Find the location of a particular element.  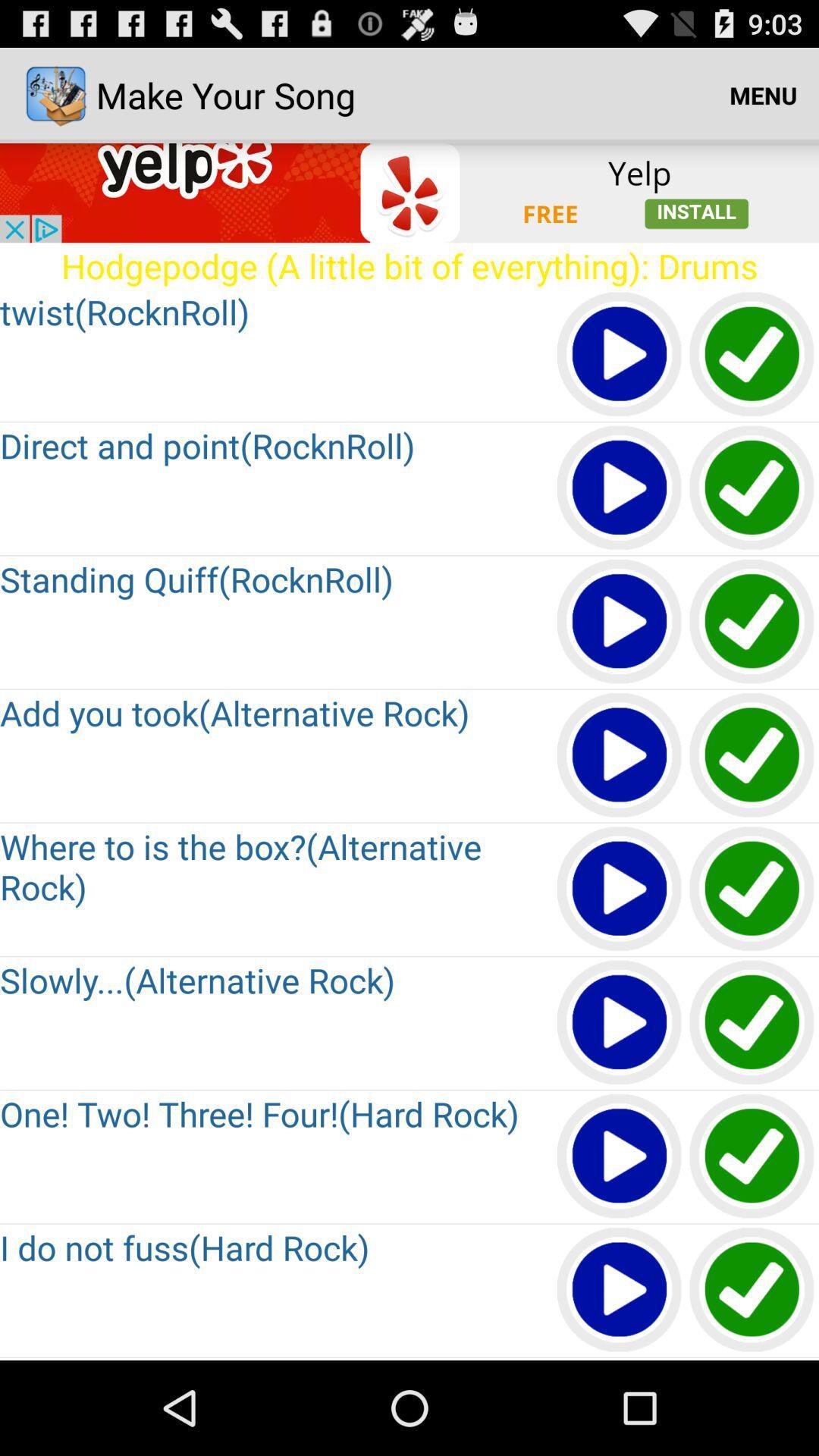

check the song is located at coordinates (752, 756).